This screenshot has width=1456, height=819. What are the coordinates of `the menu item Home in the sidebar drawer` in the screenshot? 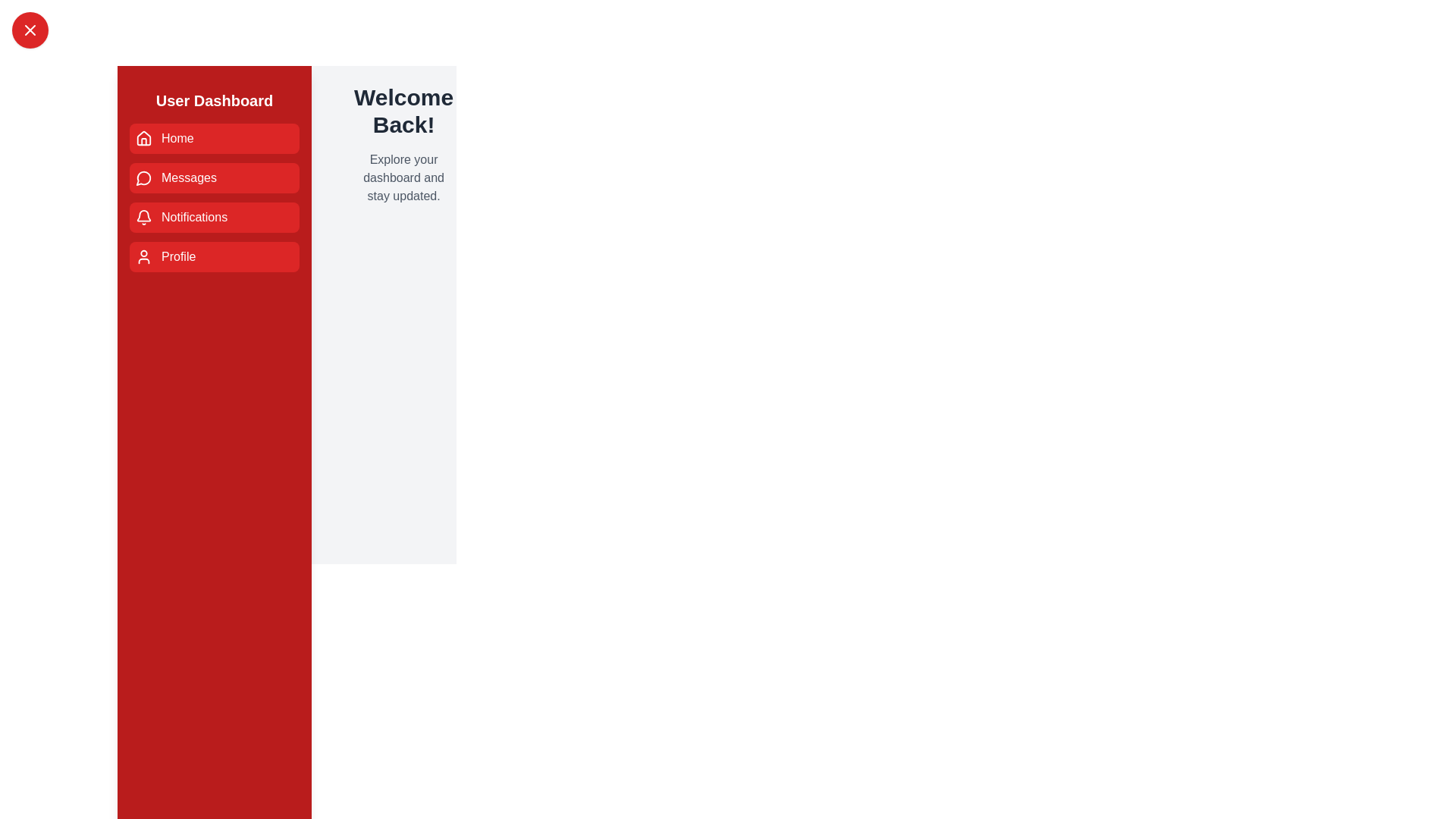 It's located at (214, 138).